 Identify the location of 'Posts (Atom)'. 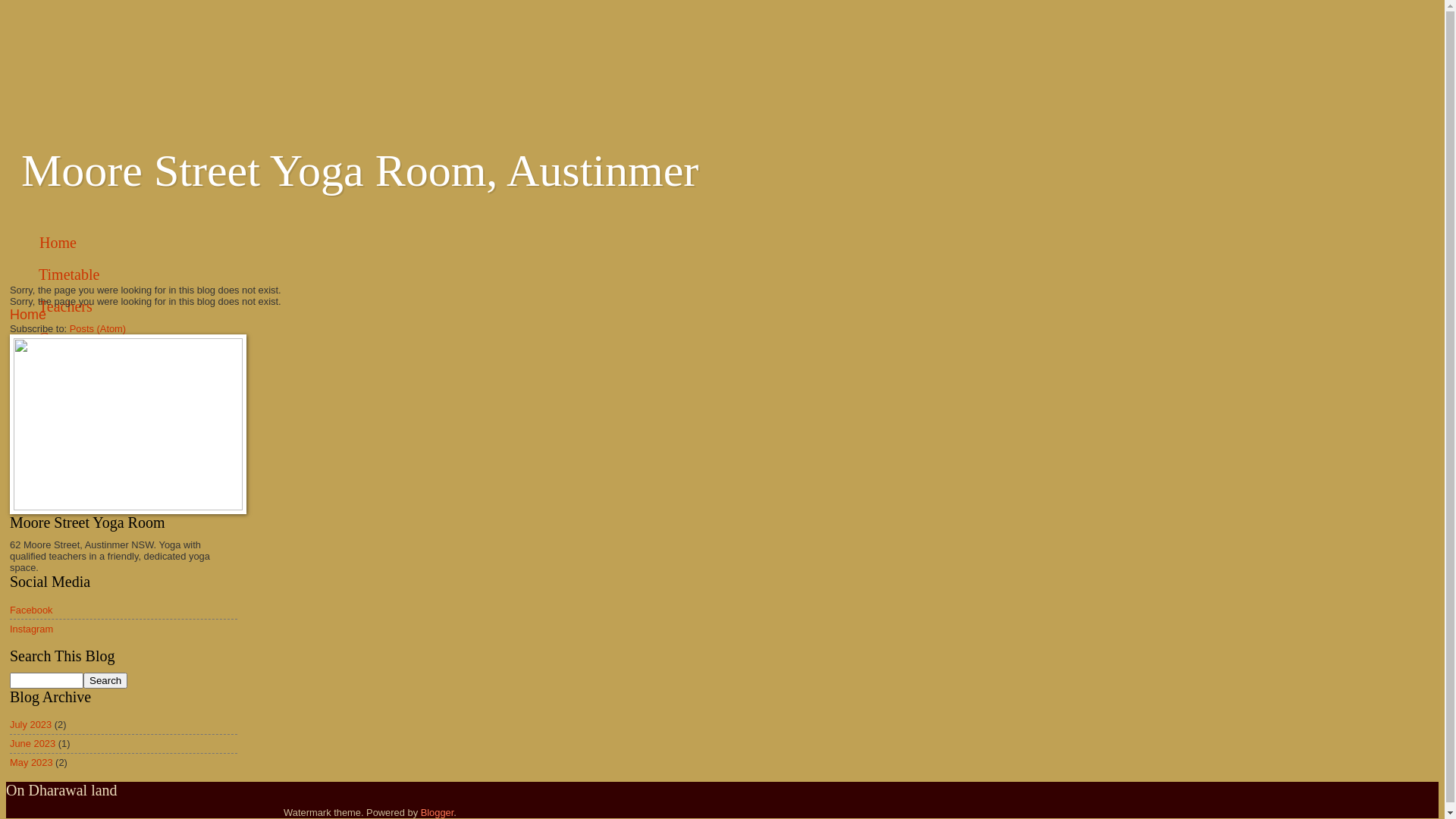
(97, 328).